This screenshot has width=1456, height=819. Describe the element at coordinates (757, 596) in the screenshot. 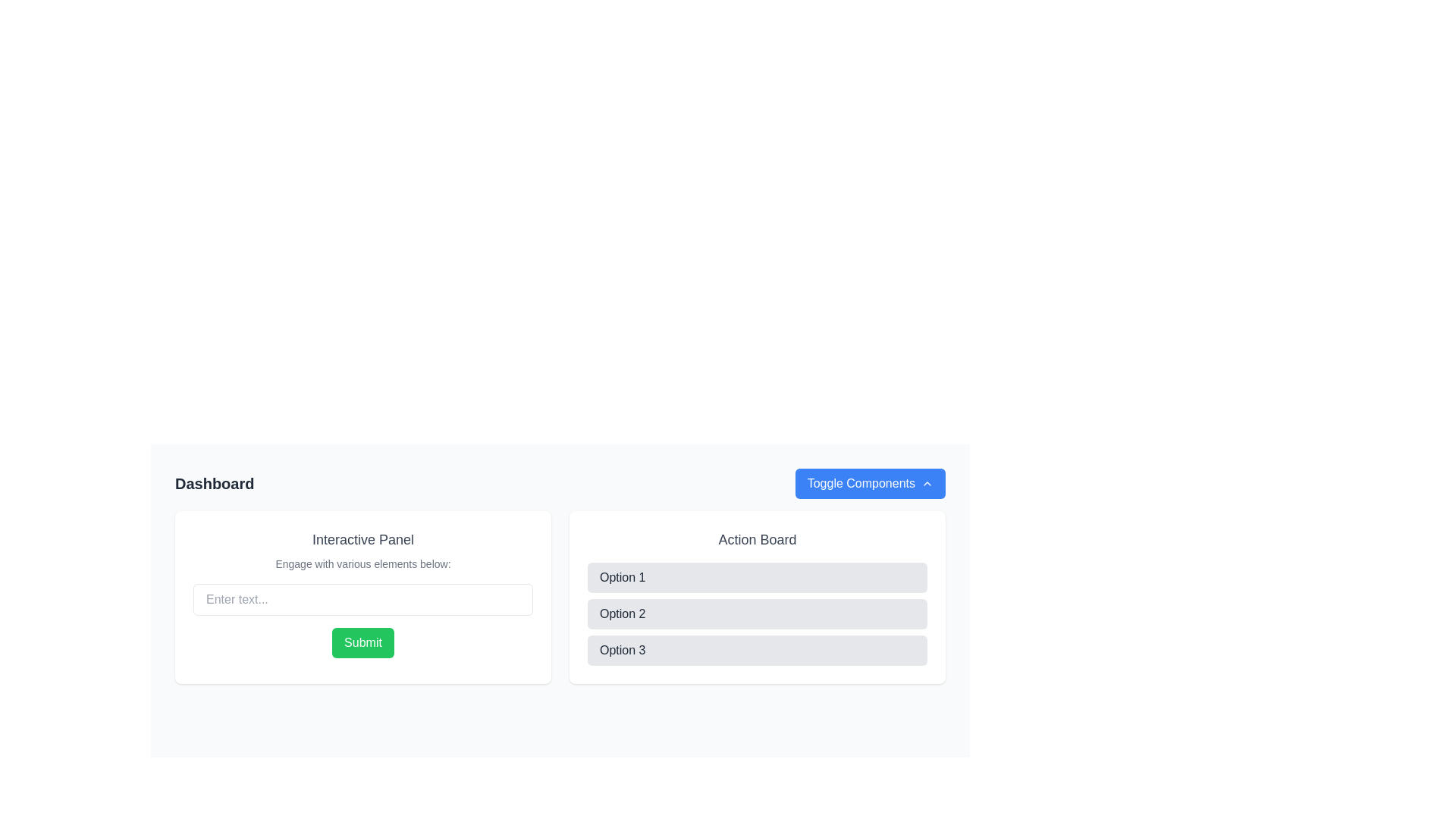

I see `the second list item in the 'Action Board'` at that location.